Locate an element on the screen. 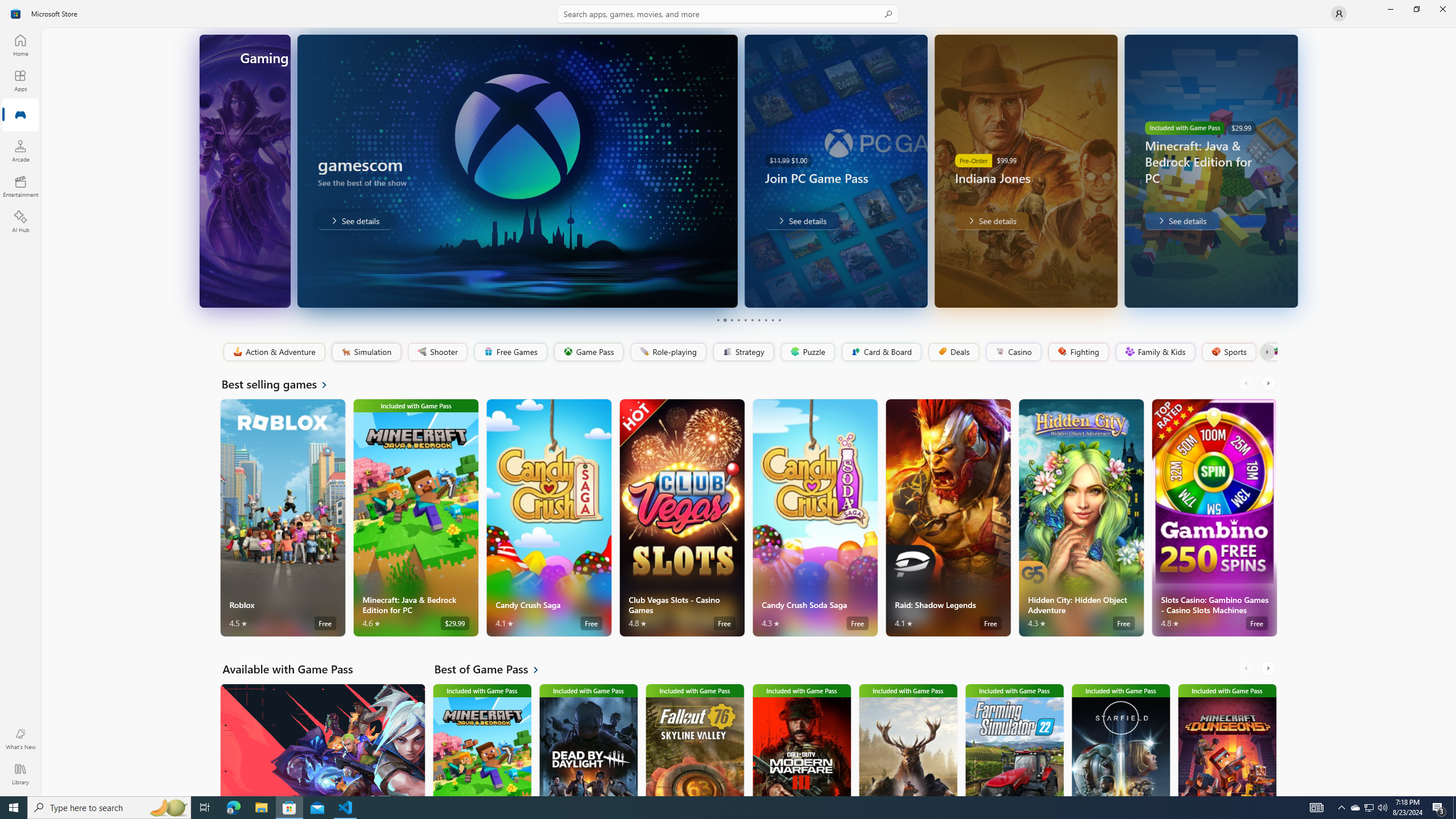 Image resolution: width=1456 pixels, height=819 pixels. 'Fighting' is located at coordinates (1078, 351).